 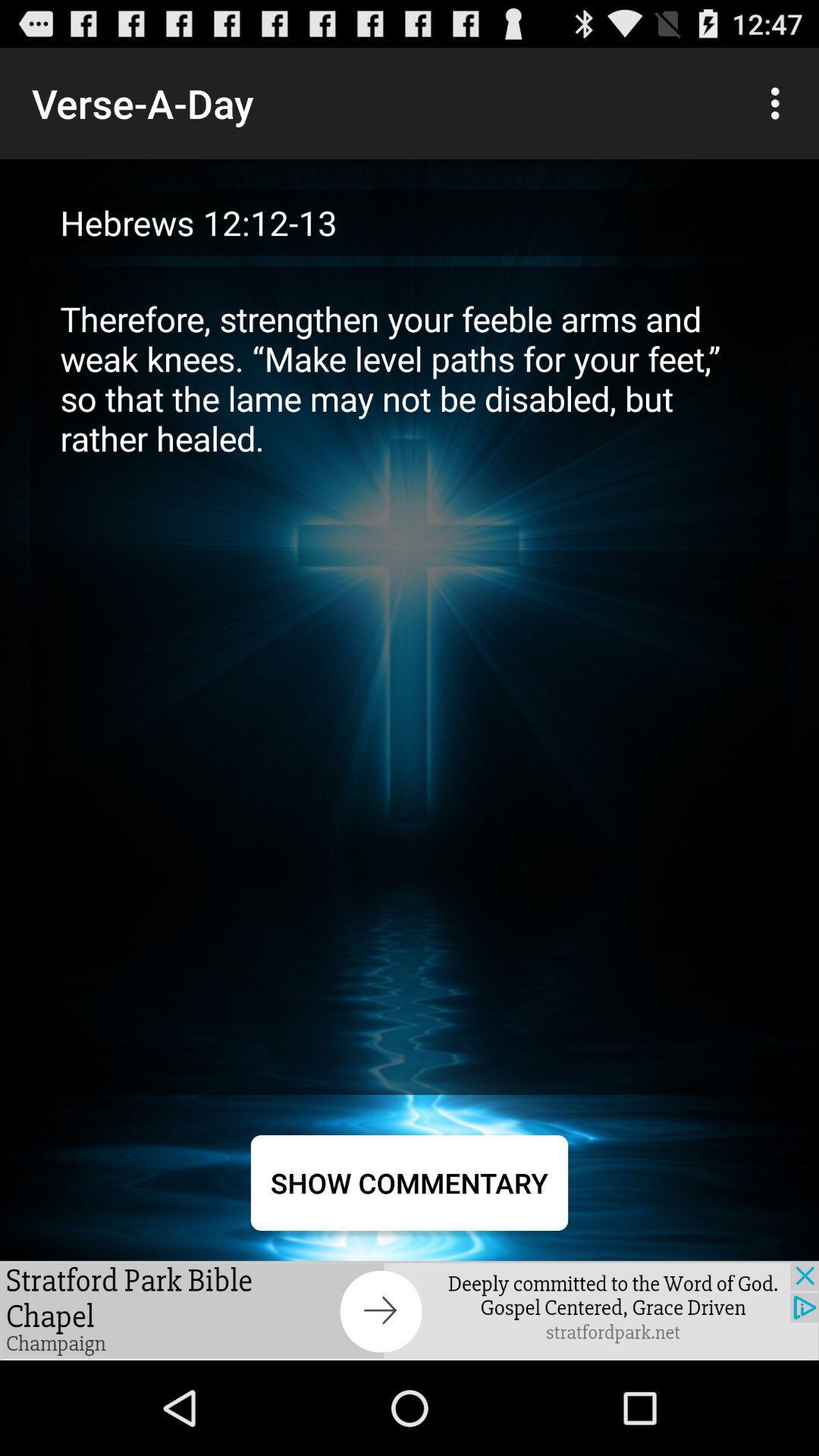 What do you see at coordinates (409, 1182) in the screenshot?
I see `show commentary` at bounding box center [409, 1182].